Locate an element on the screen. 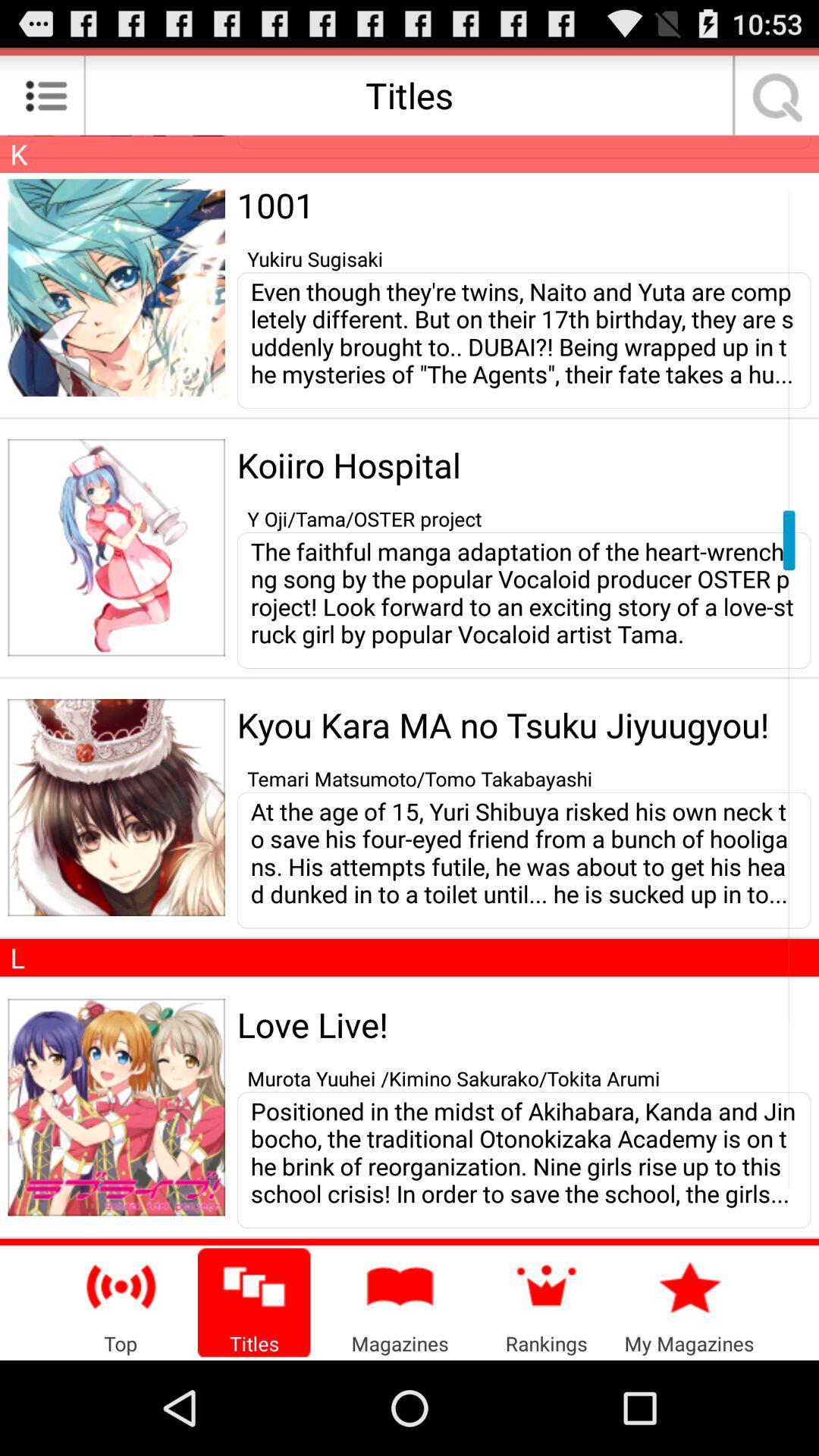 The width and height of the screenshot is (819, 1456). the list icon is located at coordinates (45, 101).